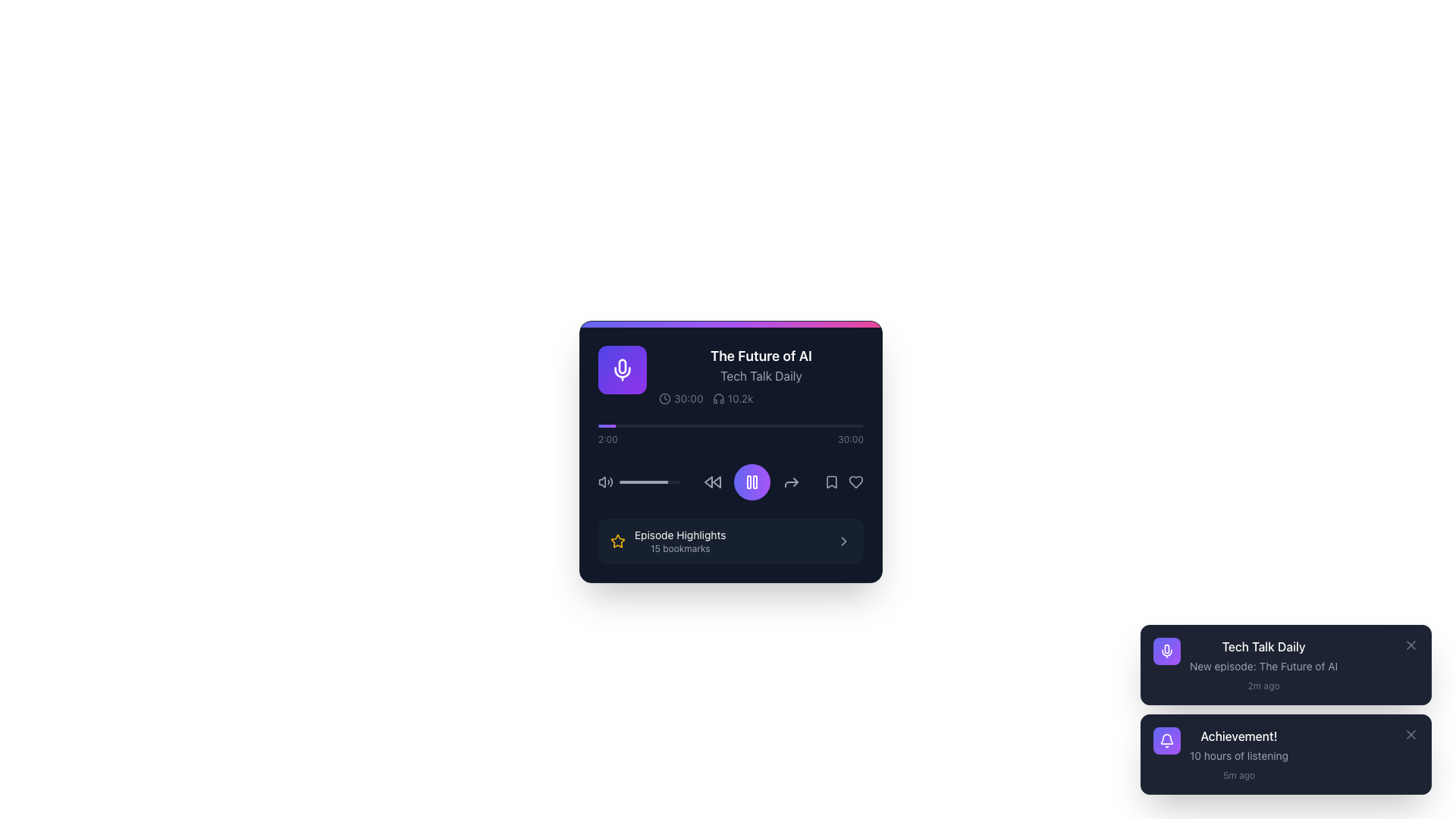 The width and height of the screenshot is (1456, 819). Describe the element at coordinates (627, 482) in the screenshot. I see `the progress bar` at that location.